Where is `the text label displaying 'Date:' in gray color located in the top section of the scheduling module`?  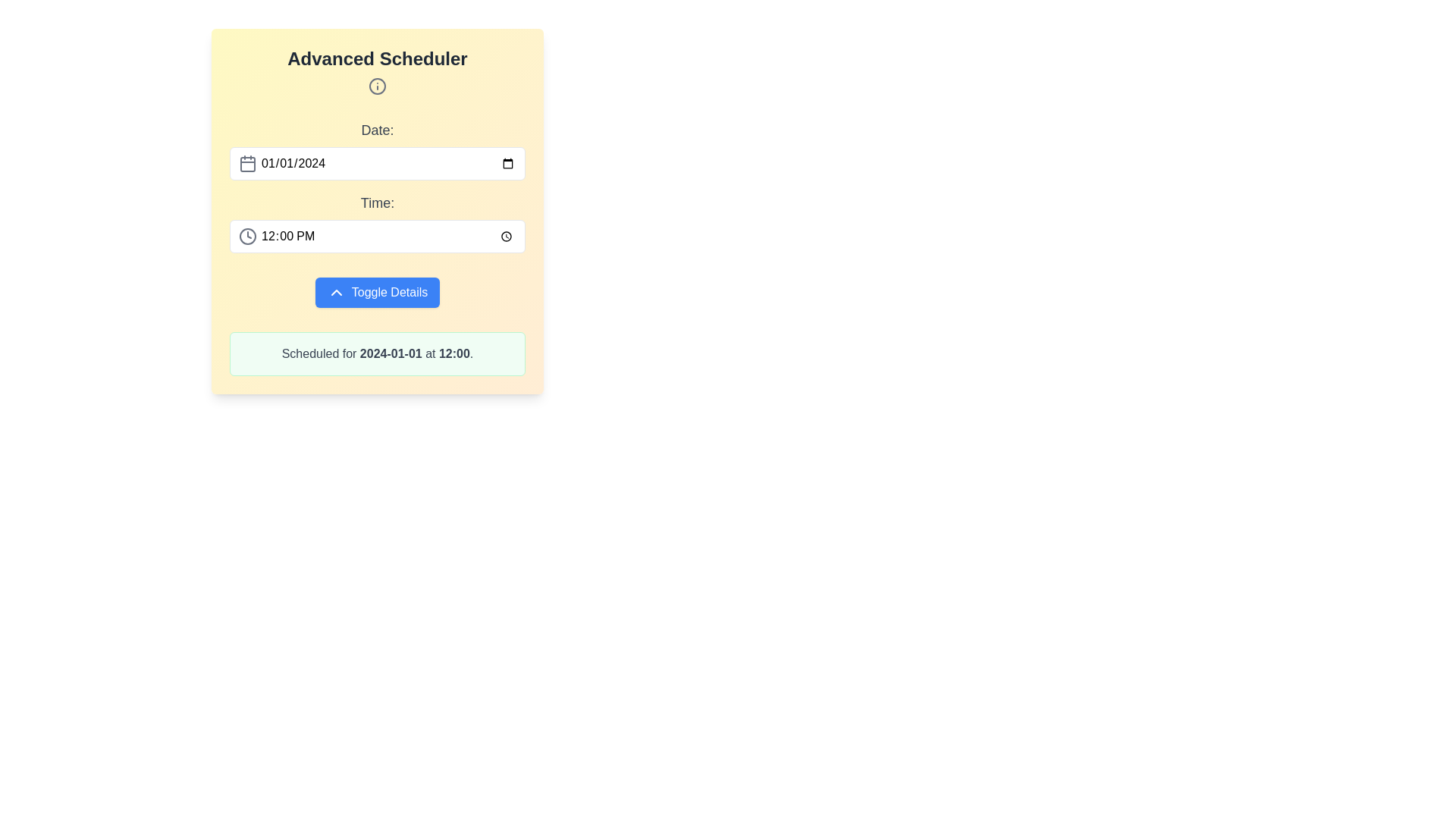 the text label displaying 'Date:' in gray color located in the top section of the scheduling module is located at coordinates (378, 130).